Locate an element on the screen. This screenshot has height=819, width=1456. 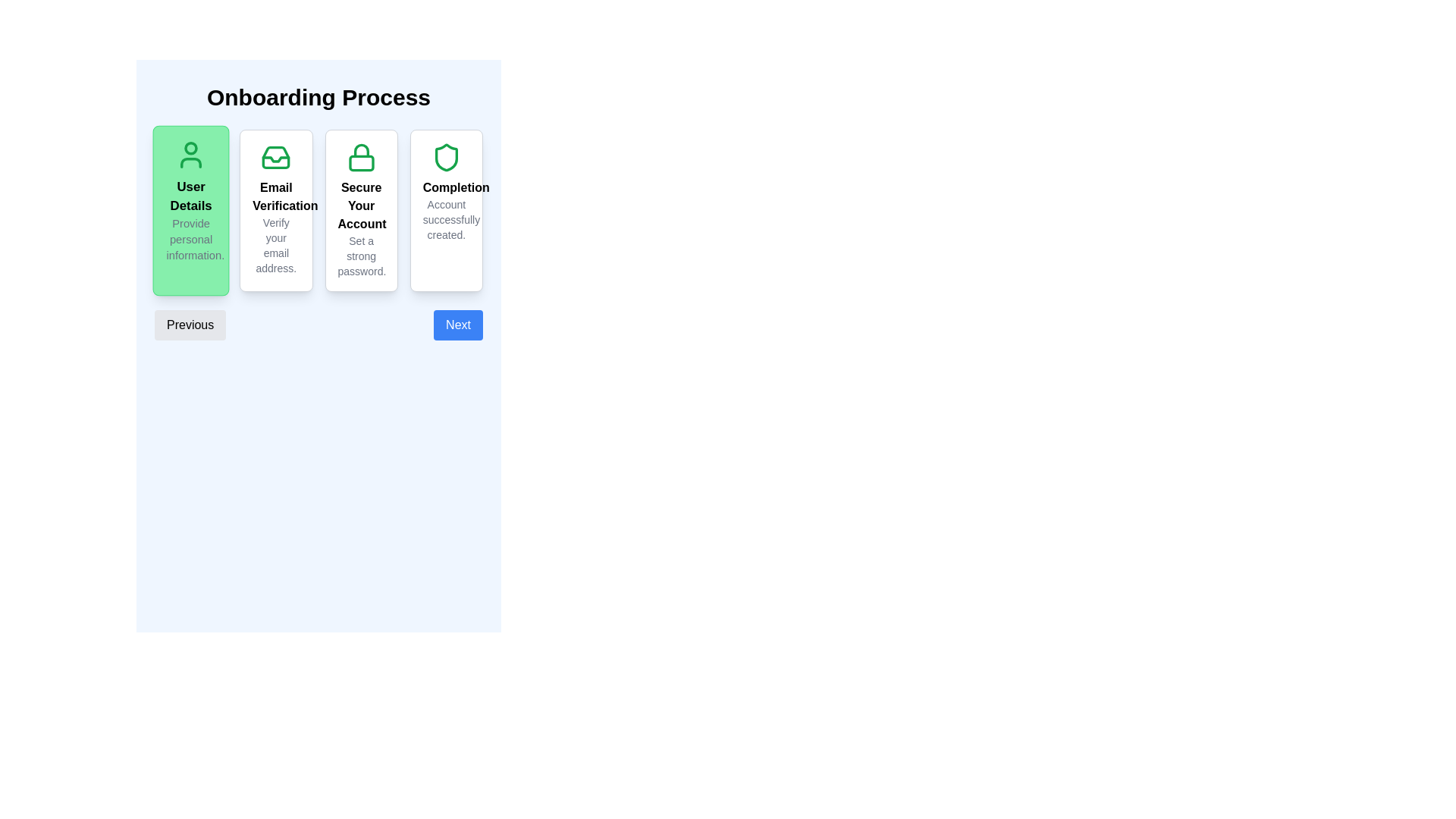
the shield icon with a green outline located in the rightmost card of the stepper interface, above the 'Completion' text is located at coordinates (445, 158).